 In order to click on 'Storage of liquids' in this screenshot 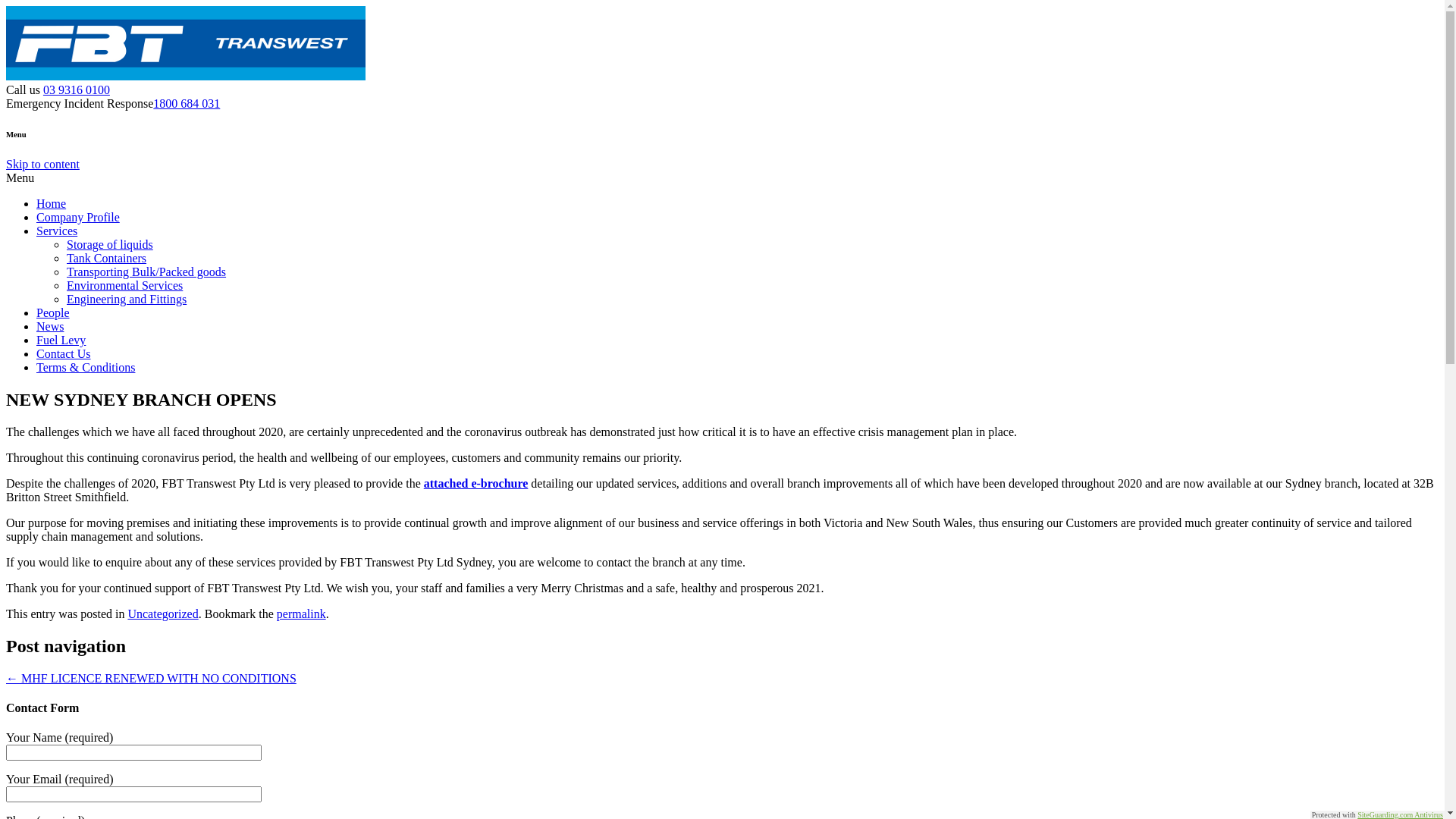, I will do `click(108, 243)`.